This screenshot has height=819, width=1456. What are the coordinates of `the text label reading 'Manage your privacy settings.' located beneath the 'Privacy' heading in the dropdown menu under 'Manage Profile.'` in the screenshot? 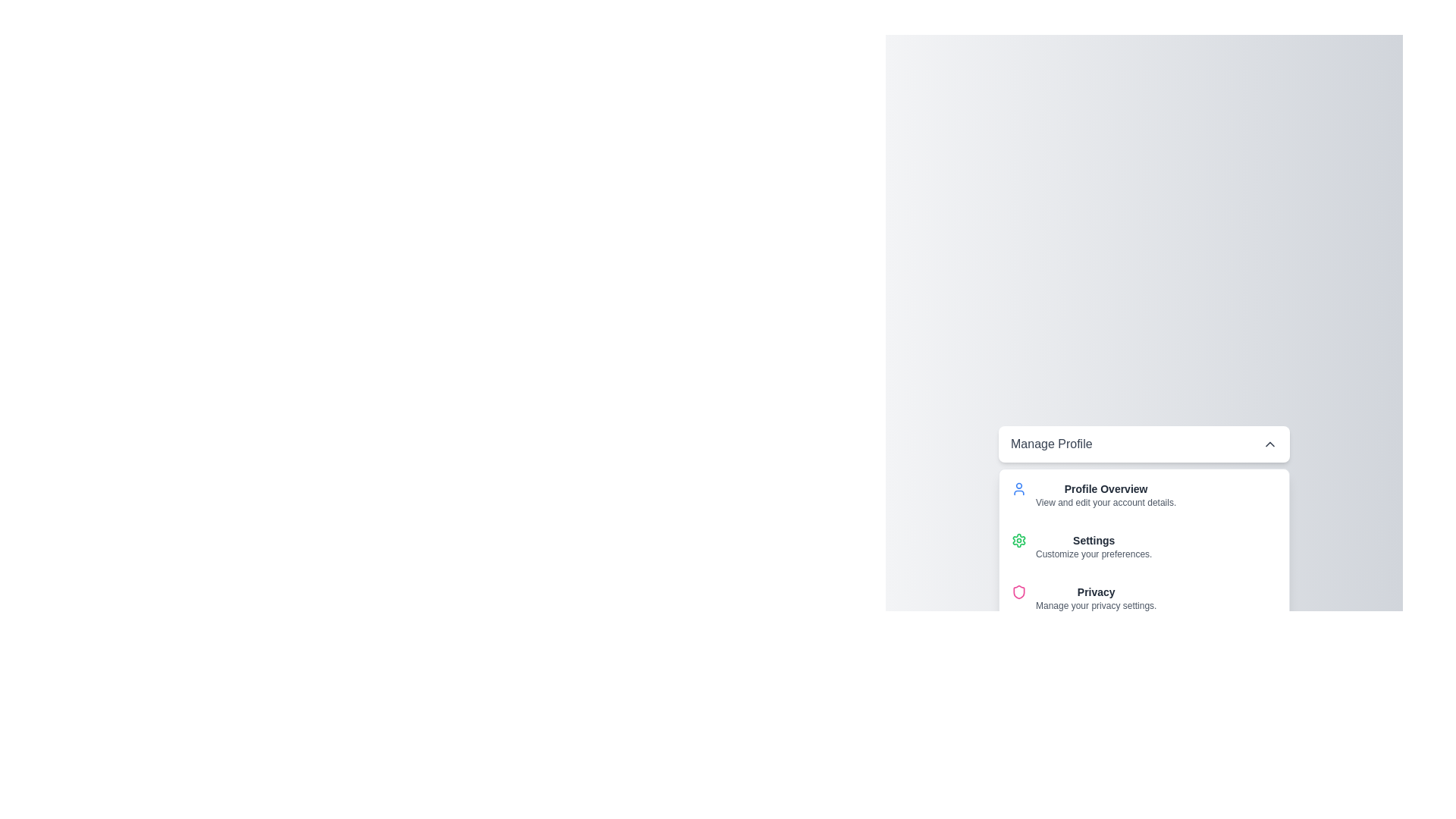 It's located at (1096, 604).